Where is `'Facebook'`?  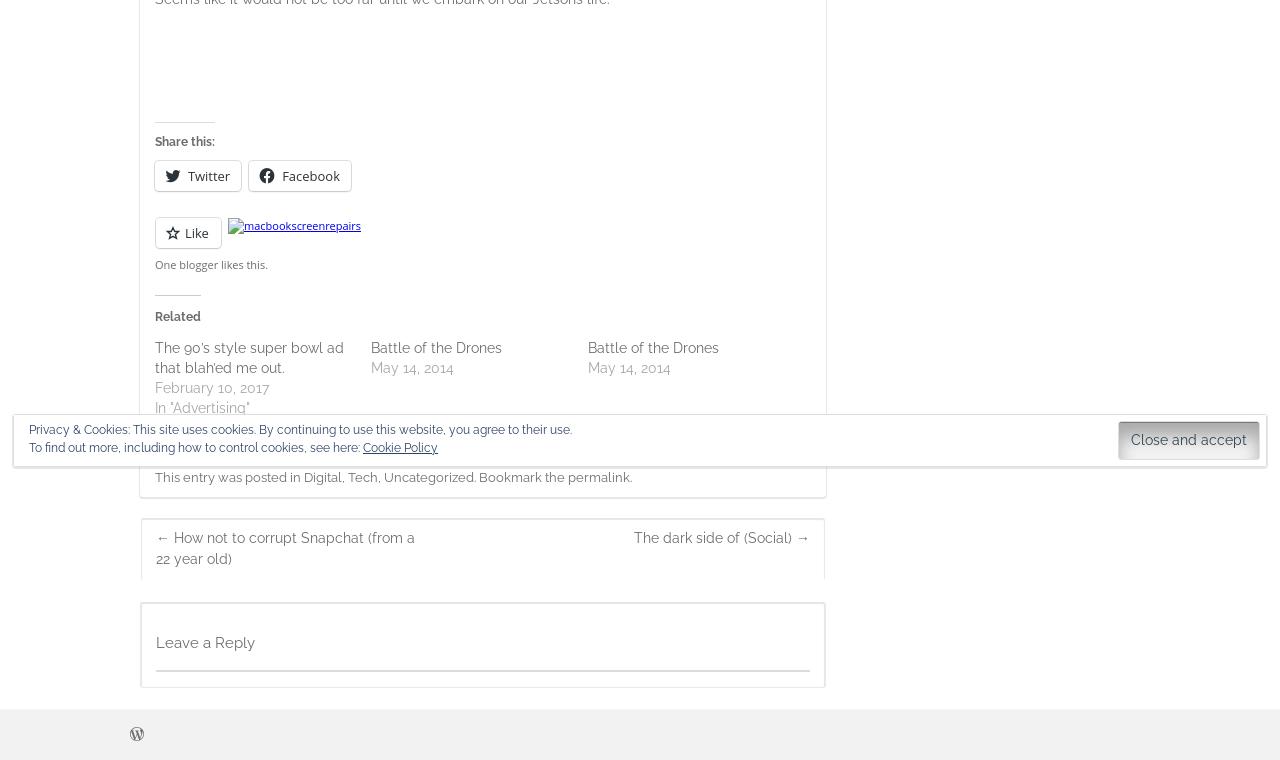
'Facebook' is located at coordinates (280, 175).